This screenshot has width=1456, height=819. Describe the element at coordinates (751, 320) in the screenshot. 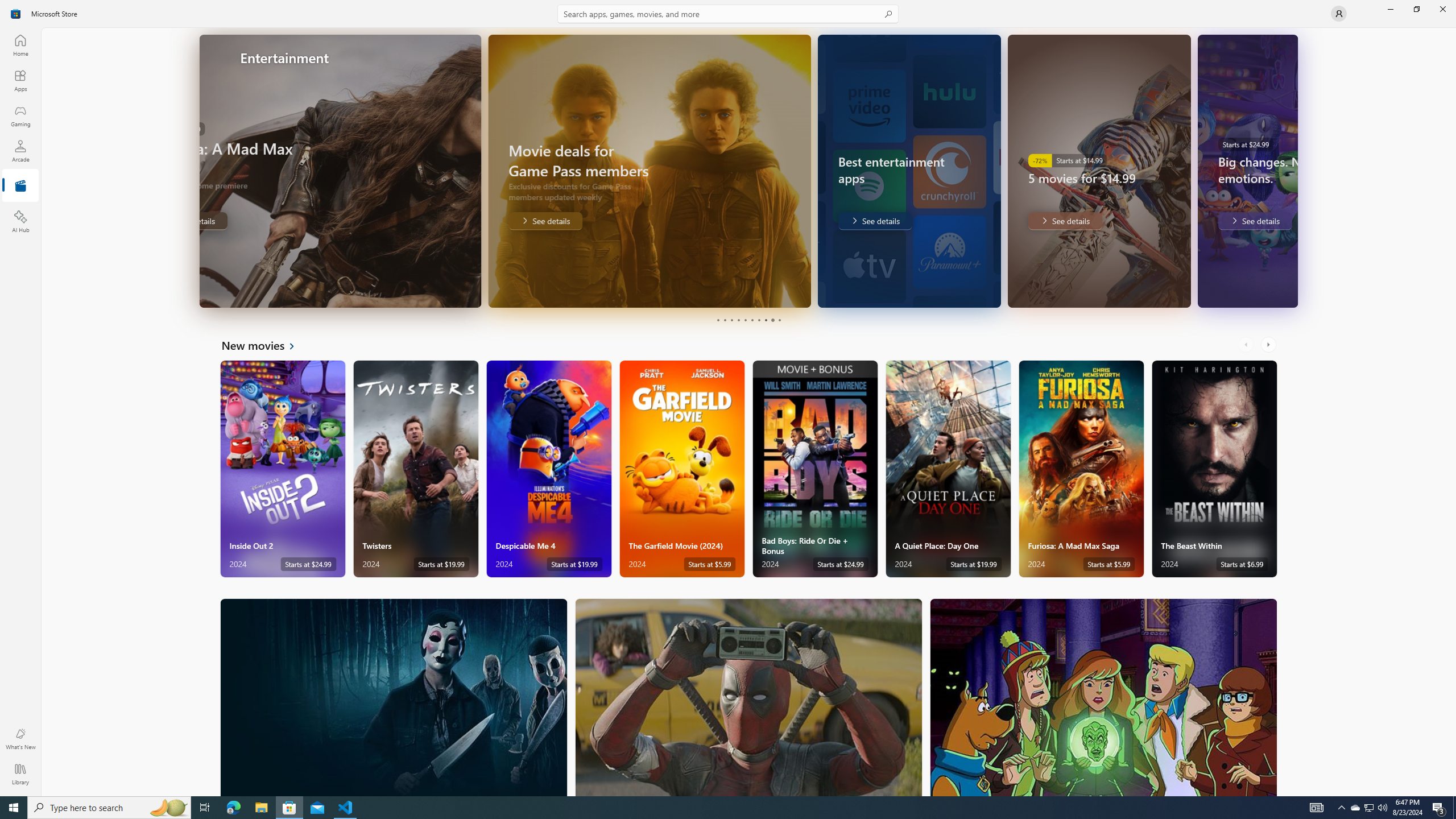

I see `'Page 6'` at that location.